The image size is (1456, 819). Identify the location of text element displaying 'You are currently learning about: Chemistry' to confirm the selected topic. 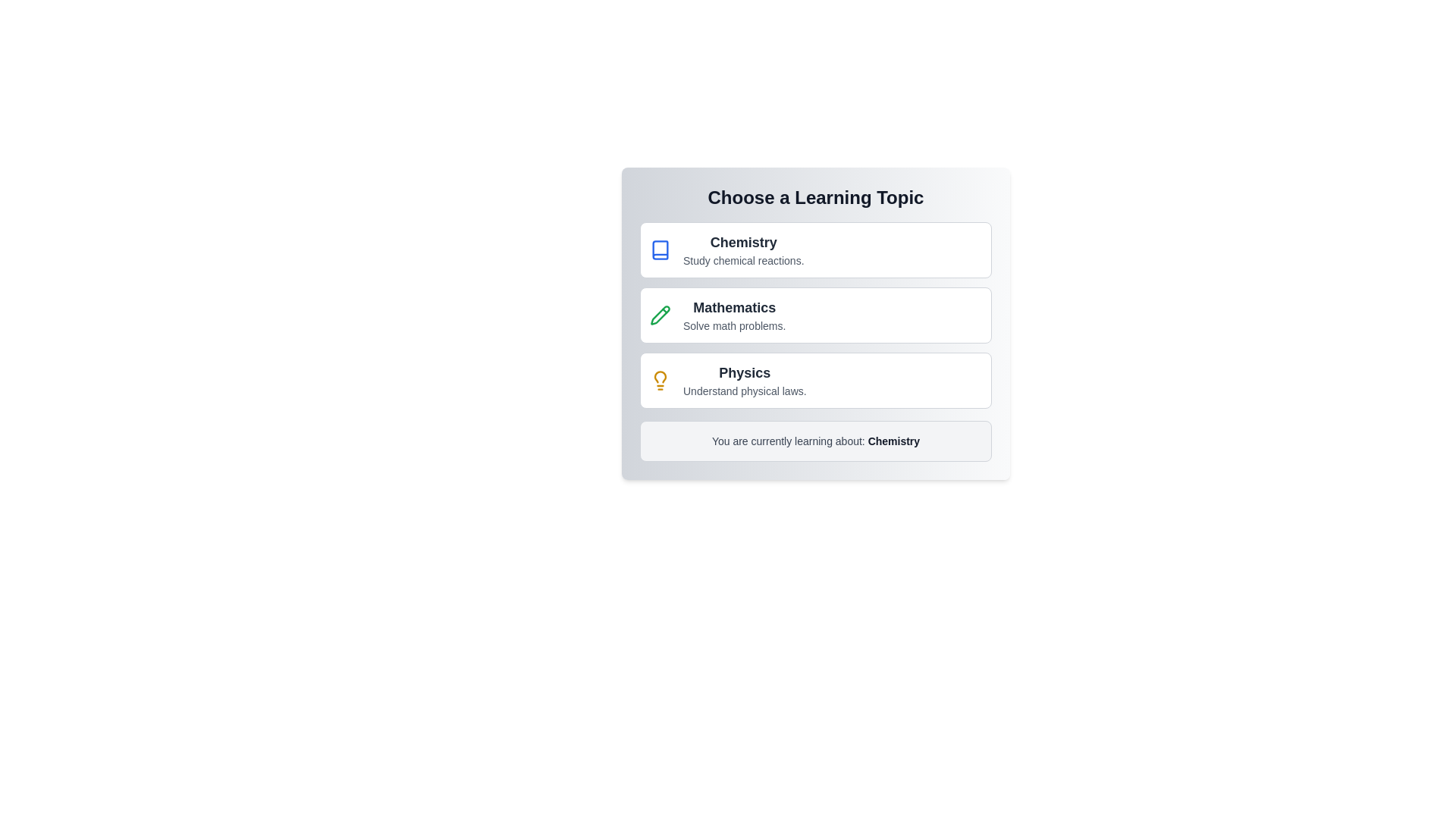
(814, 441).